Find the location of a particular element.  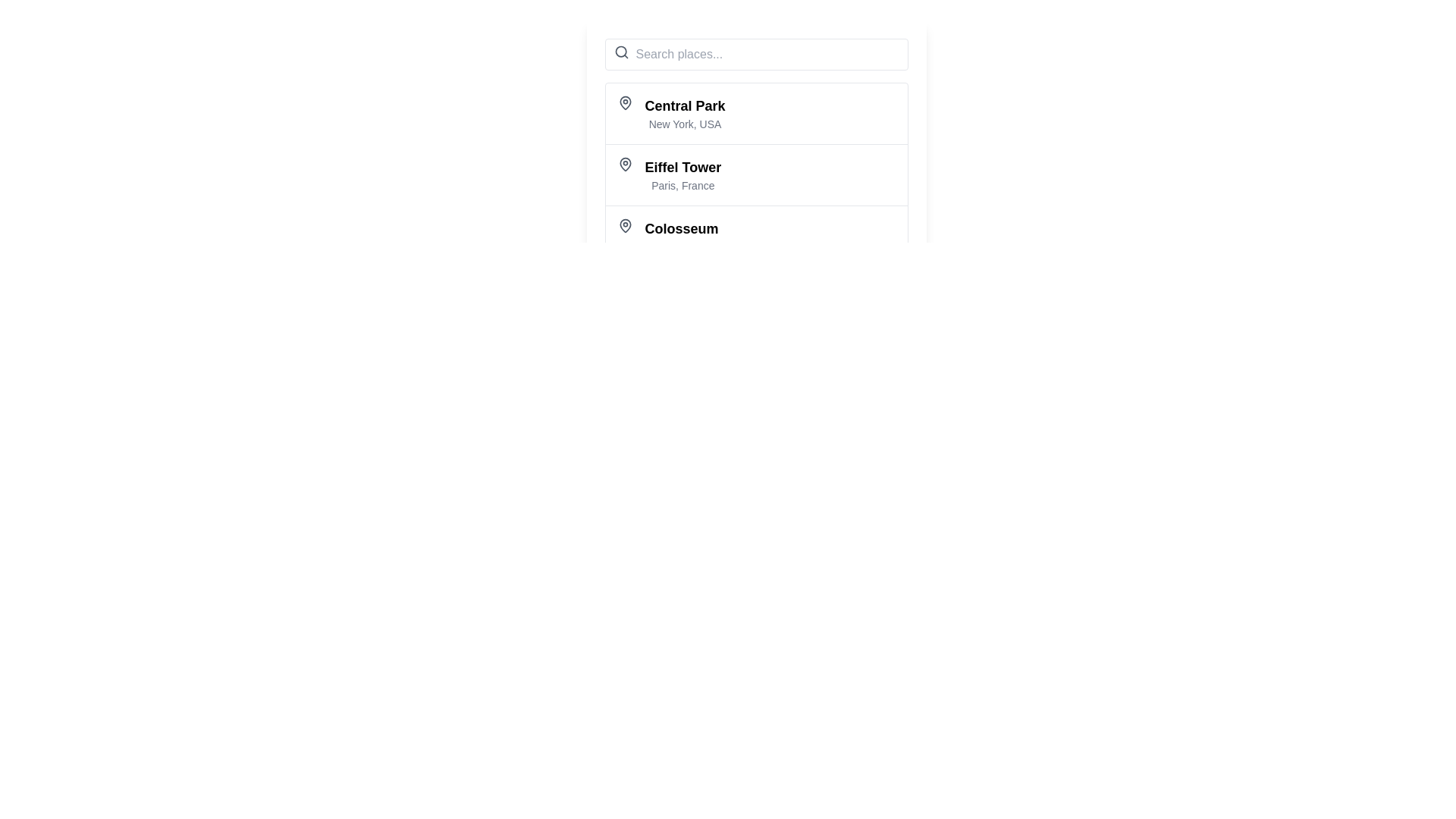

the text element displaying detailed location information associated with the title 'Central Park', which is located directly under the bold title and part of a vertical list of similar entries is located at coordinates (684, 124).